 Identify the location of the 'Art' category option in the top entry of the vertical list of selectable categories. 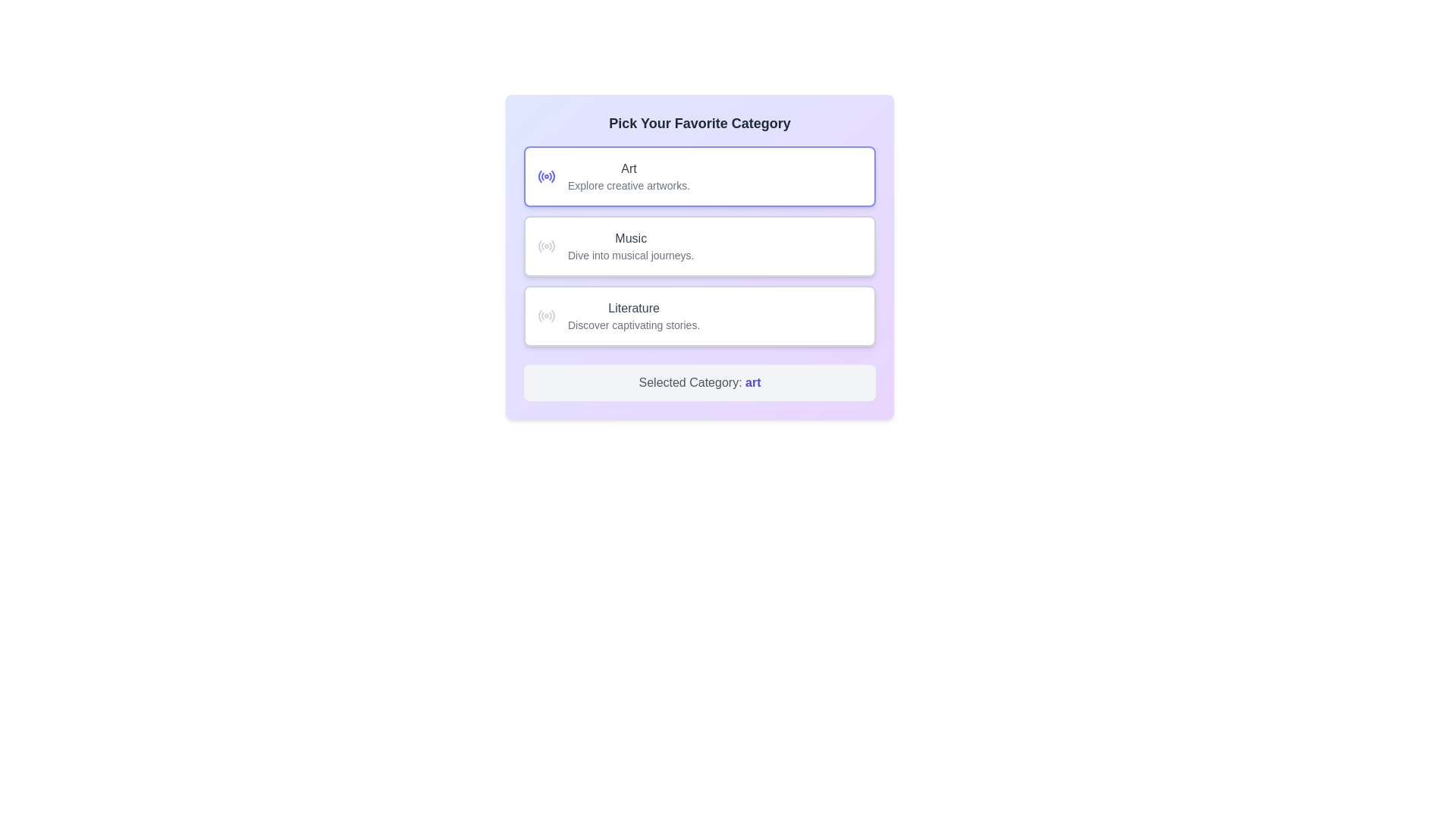
(629, 175).